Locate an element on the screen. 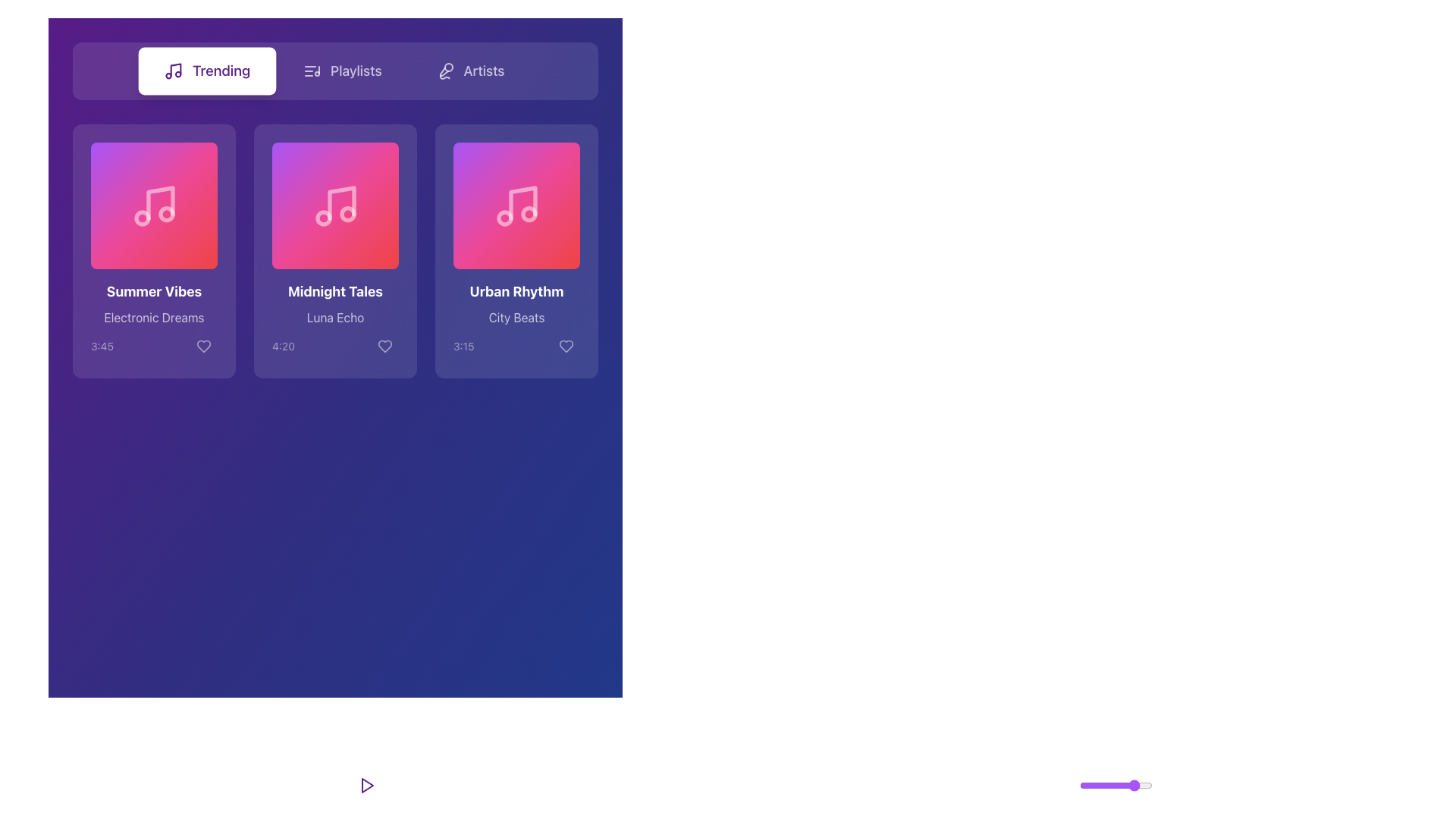  the text label displaying '3:15' in a small font size with white color at 50% opacity, located at the bottom left of the 'Urban Rhythm' card is located at coordinates (463, 346).